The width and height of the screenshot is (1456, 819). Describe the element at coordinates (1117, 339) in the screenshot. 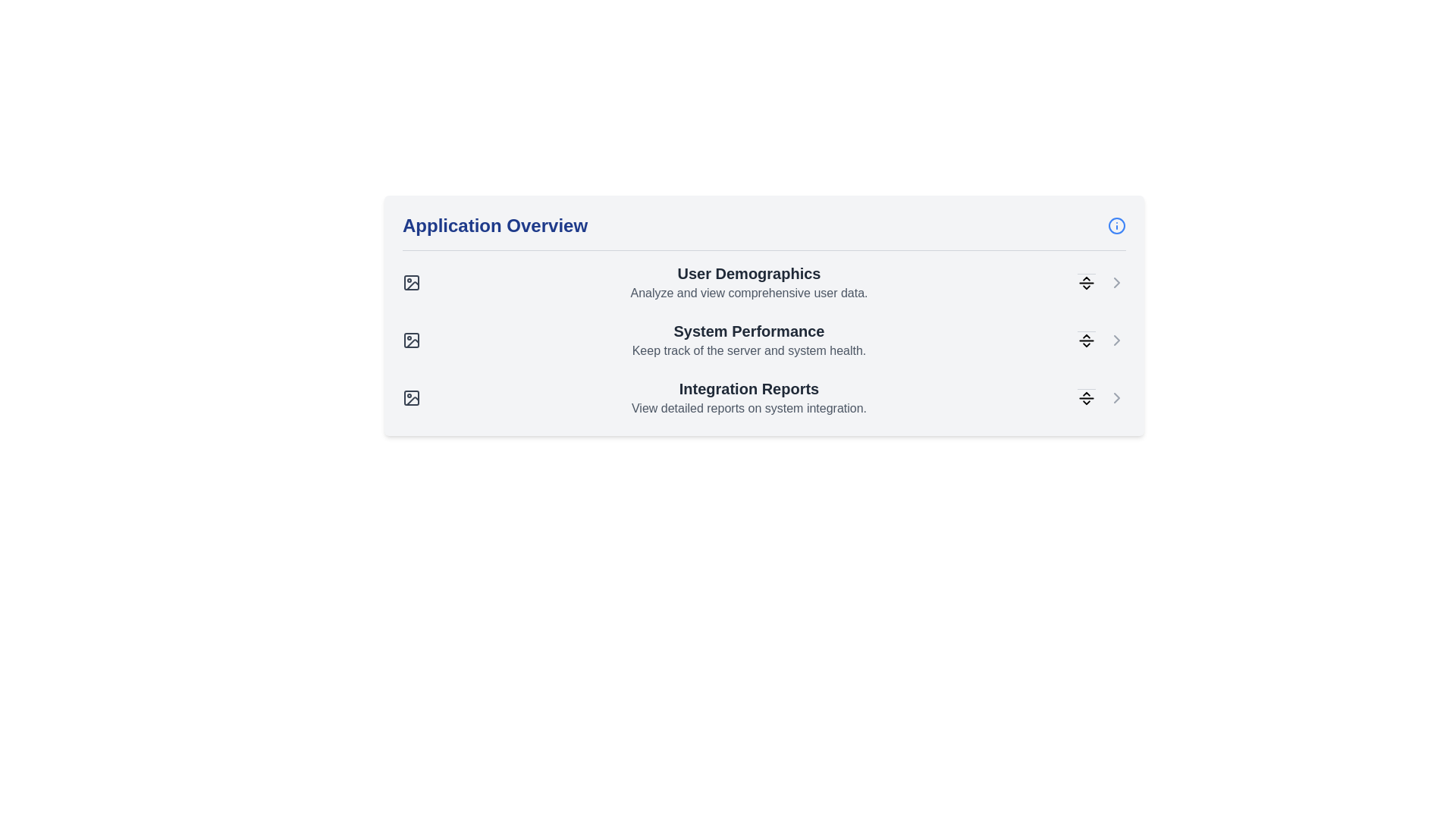

I see `the center part of the chevron right icon in the third entry of the list adjacent to the 'System Performance' text` at that location.